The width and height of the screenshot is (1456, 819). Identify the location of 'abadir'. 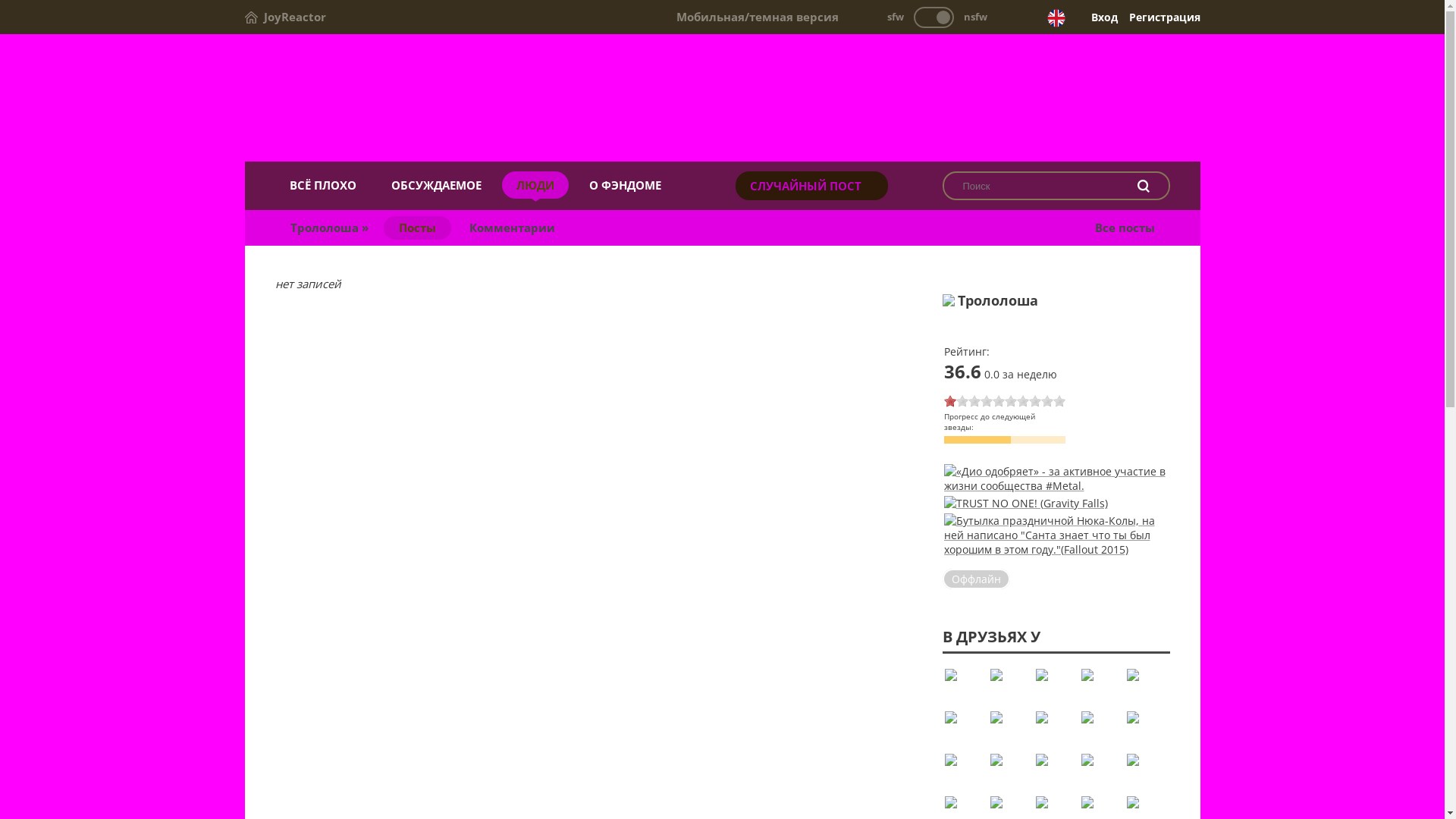
(1100, 685).